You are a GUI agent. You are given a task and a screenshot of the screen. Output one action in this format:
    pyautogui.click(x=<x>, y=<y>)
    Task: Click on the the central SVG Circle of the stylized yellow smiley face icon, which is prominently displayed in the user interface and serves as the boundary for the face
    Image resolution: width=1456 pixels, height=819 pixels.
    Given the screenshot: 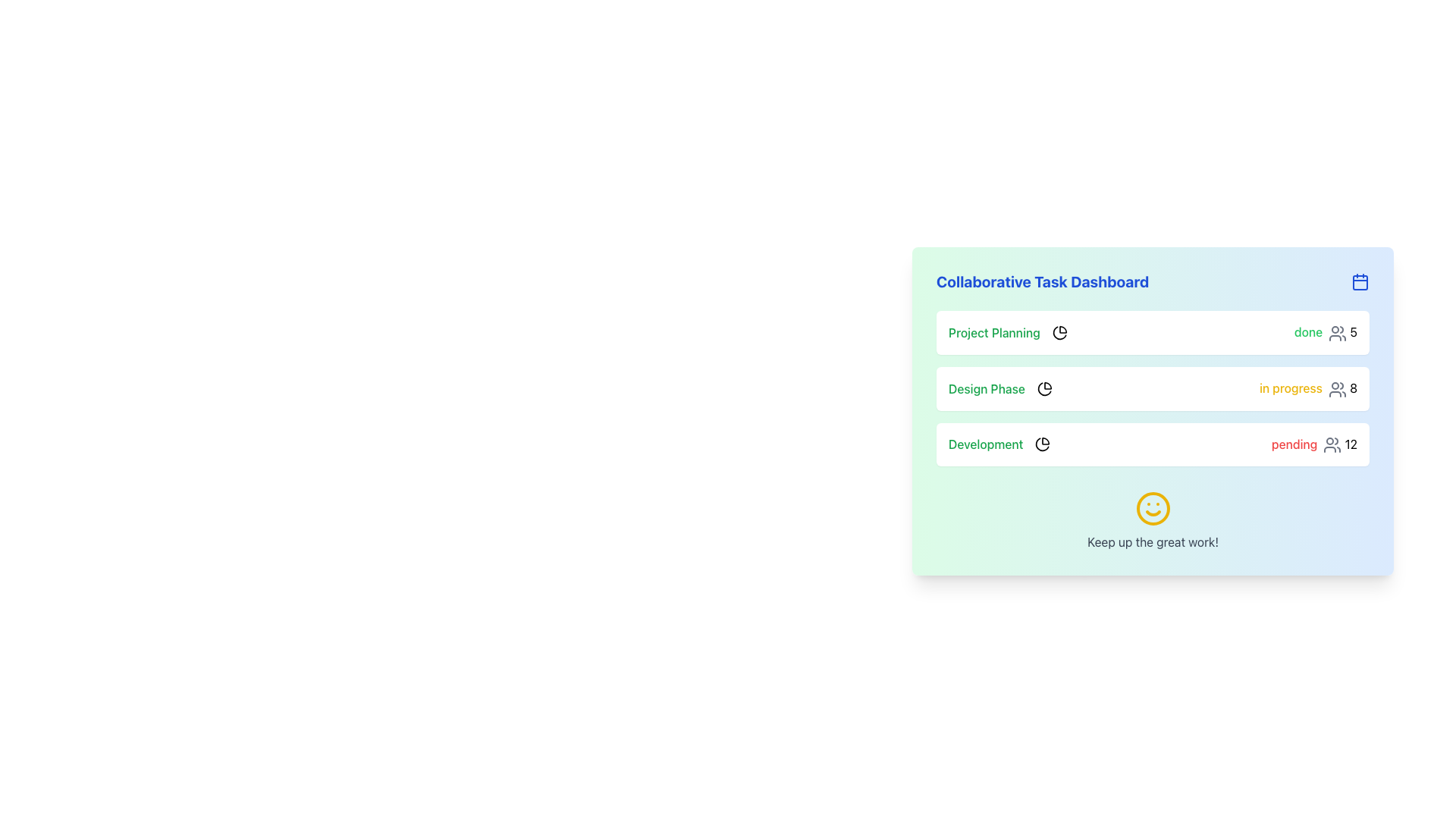 What is the action you would take?
    pyautogui.click(x=1153, y=509)
    